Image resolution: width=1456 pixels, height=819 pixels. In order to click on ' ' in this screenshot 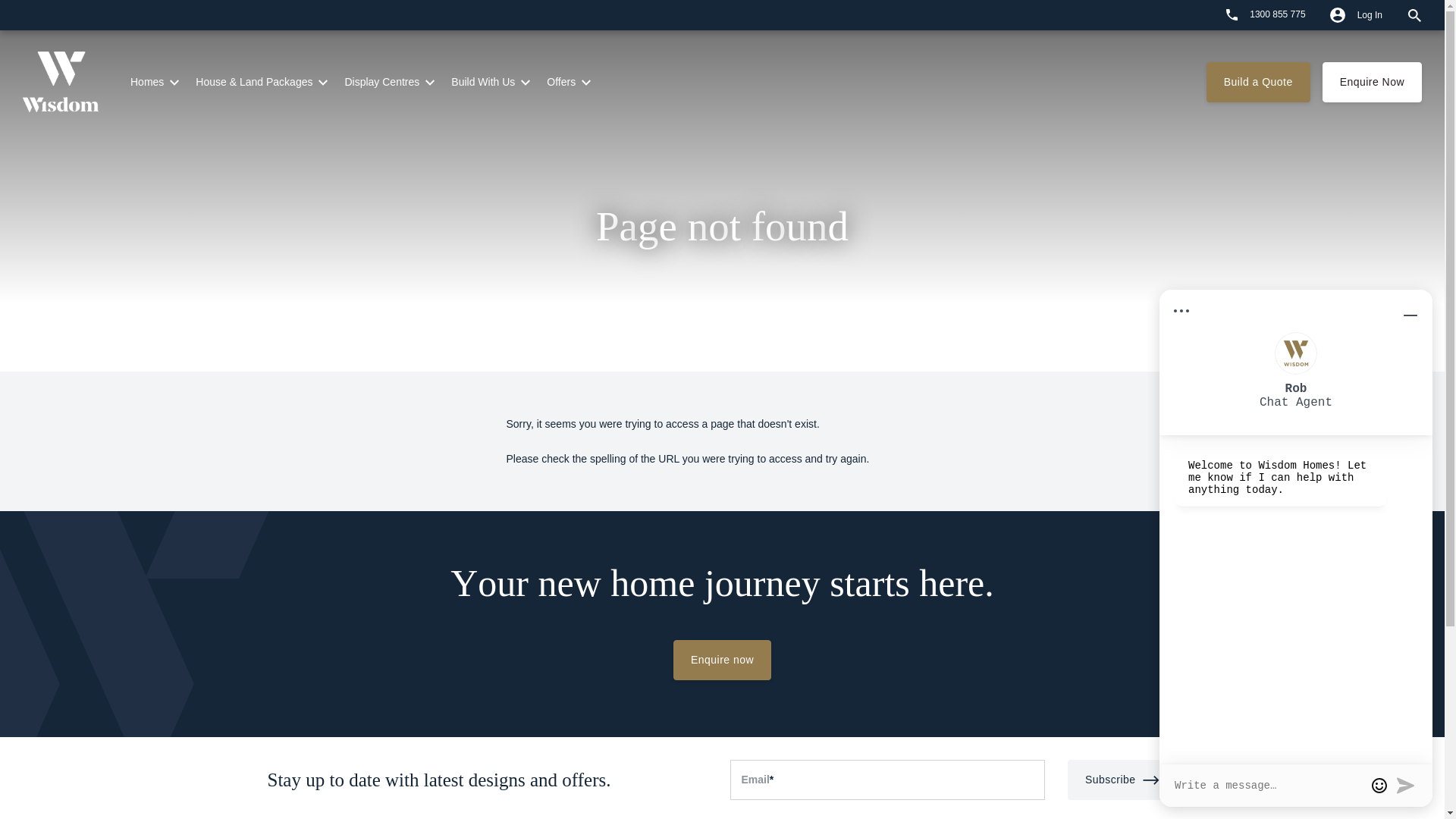, I will do `click(1203, 14)`.